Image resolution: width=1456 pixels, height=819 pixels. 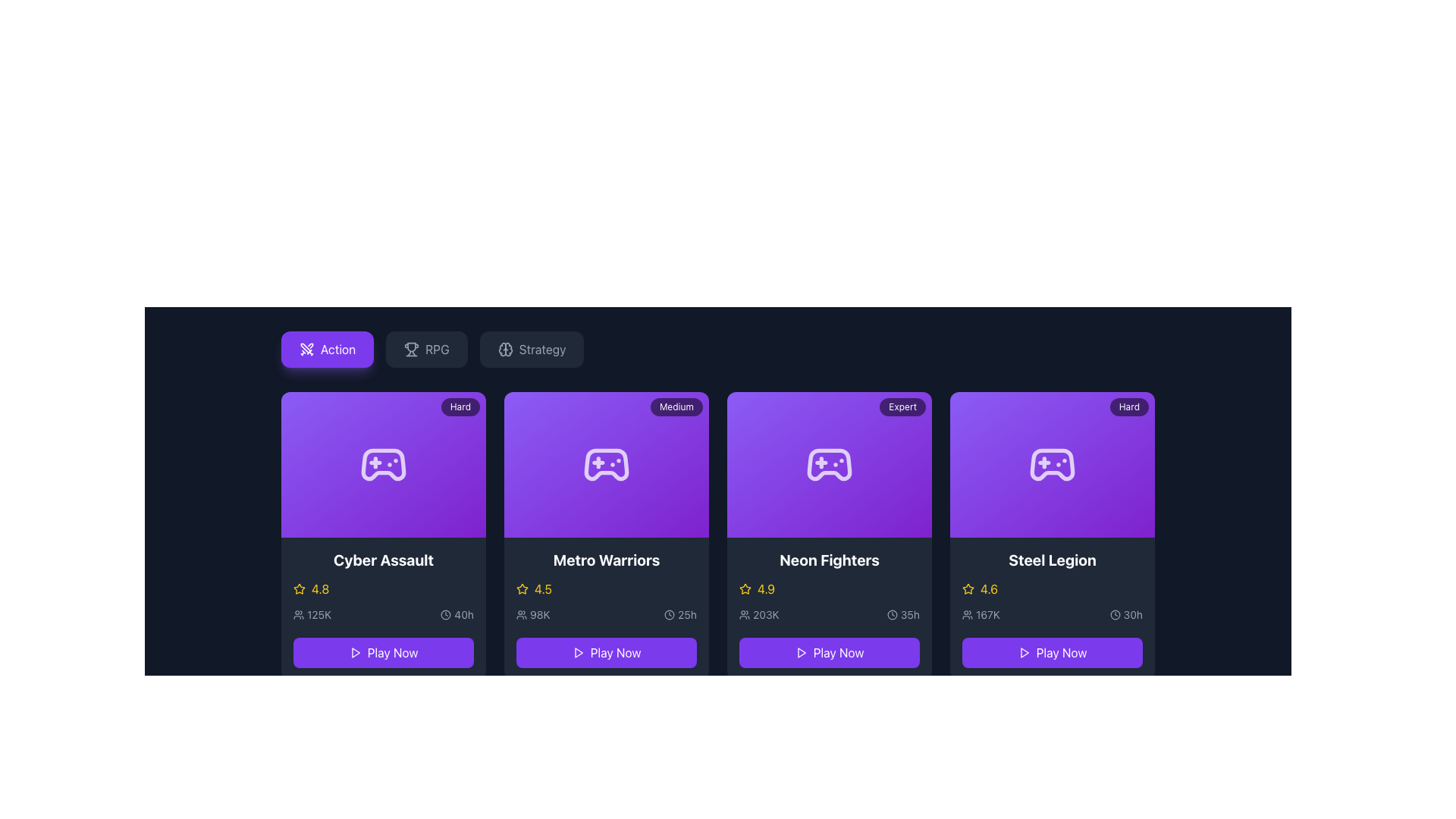 I want to click on the circular graphical element resembling a clock or button, located at the top-right of the 'Cyber Assault' card, so click(x=445, y=614).